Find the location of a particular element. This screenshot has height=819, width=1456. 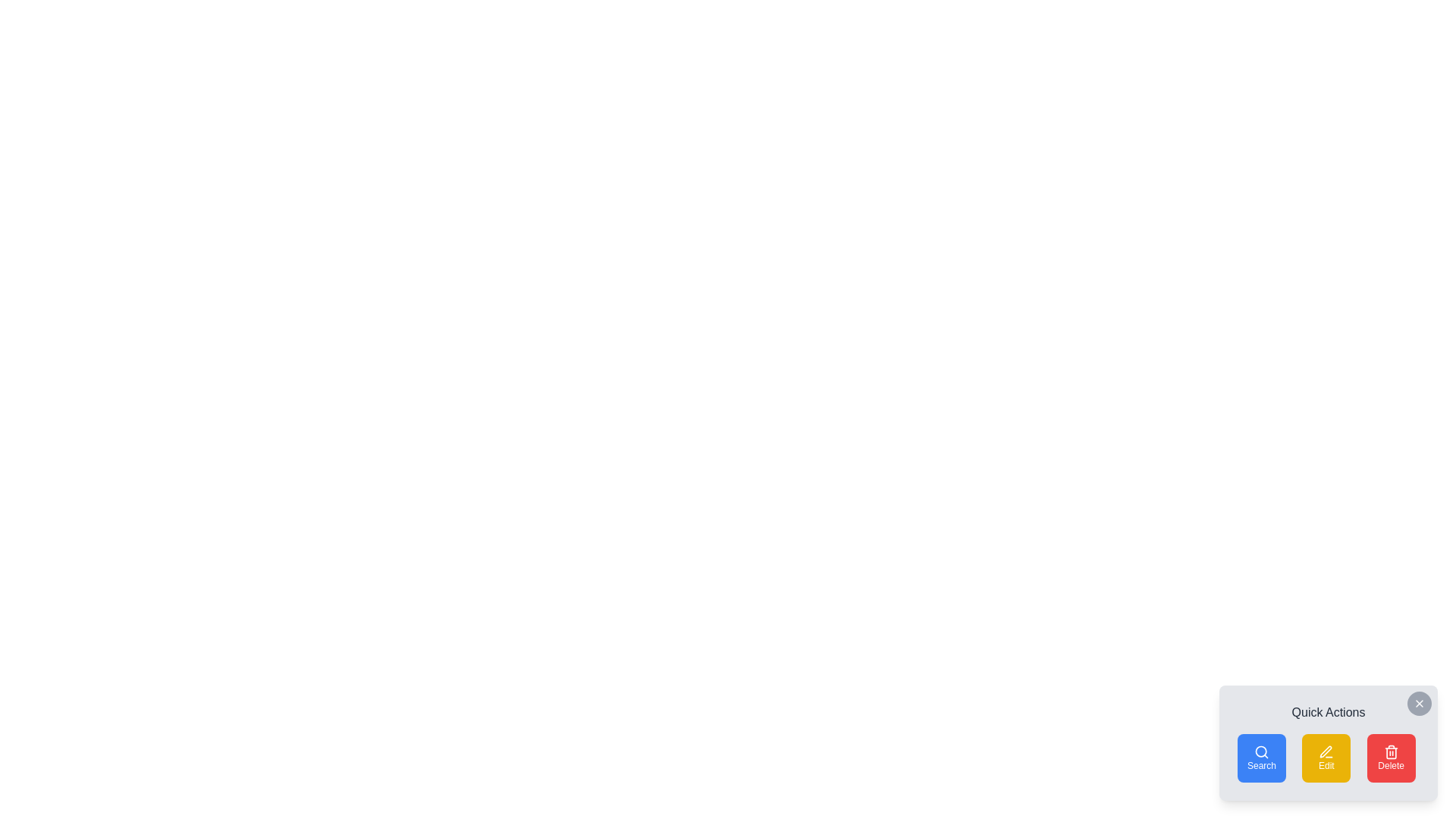

the editing action icon located centrally within the yellow square button in the 'Quick Actions' section at the bottom-right corner of the interface is located at coordinates (1326, 752).